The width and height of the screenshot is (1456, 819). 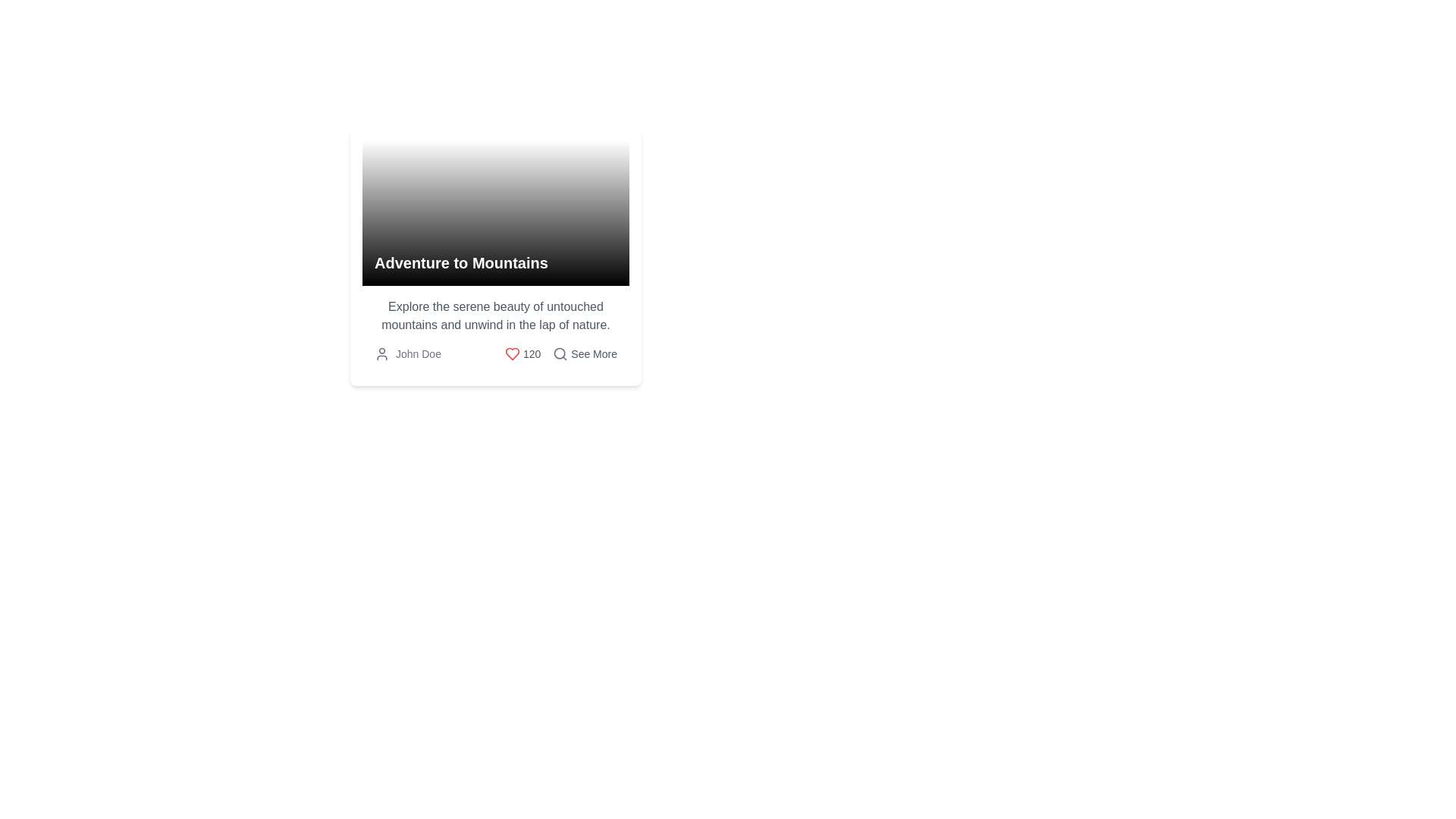 What do you see at coordinates (559, 353) in the screenshot?
I see `the circular portion of the magnifying glass icon, which is styled in grayscale and positioned at the upper right section of the application interface` at bounding box center [559, 353].